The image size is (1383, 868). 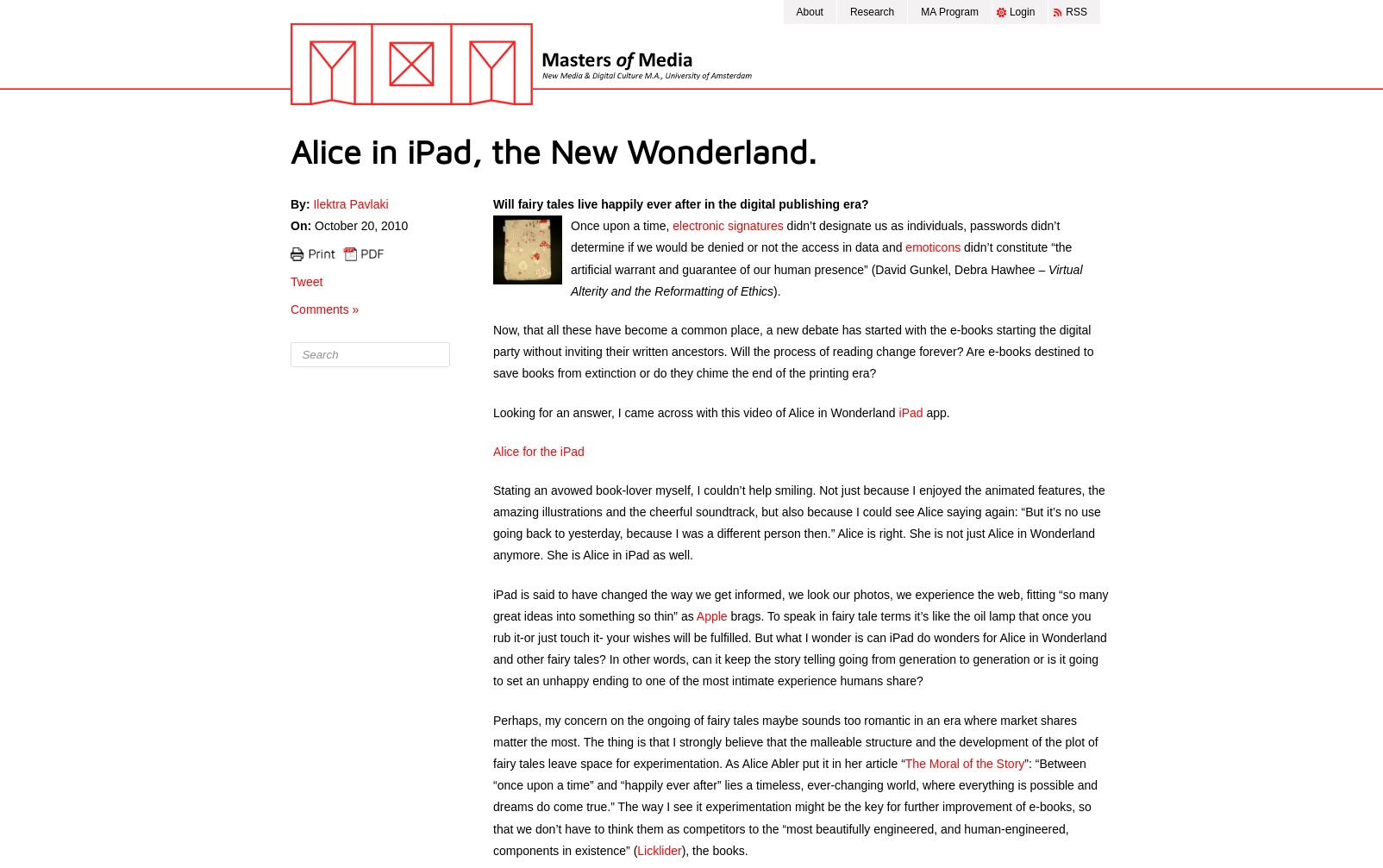 What do you see at coordinates (552, 151) in the screenshot?
I see `'Alice in iPad, the New Wonderland.'` at bounding box center [552, 151].